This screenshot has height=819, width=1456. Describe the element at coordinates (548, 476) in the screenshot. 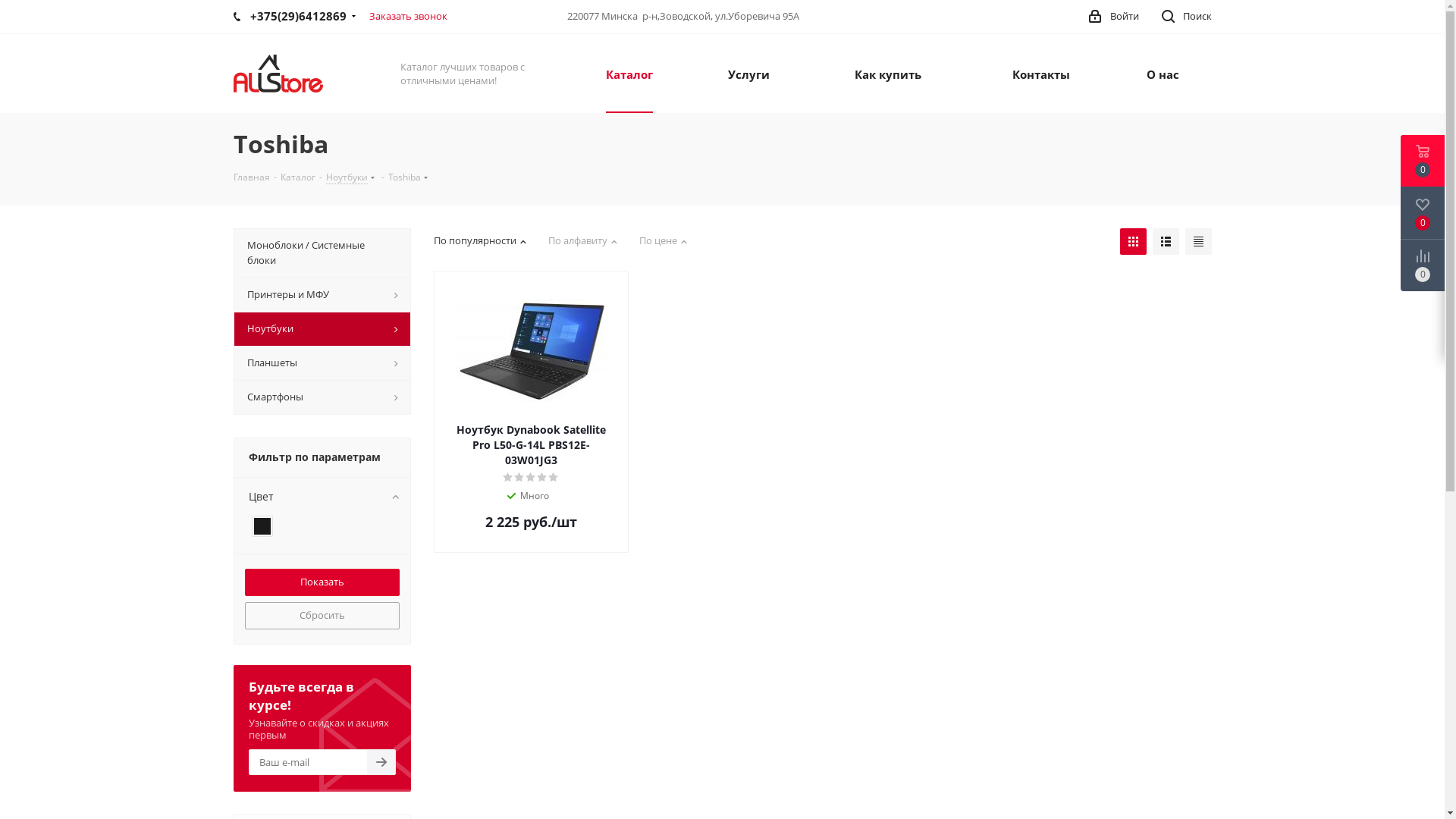

I see `'5'` at that location.